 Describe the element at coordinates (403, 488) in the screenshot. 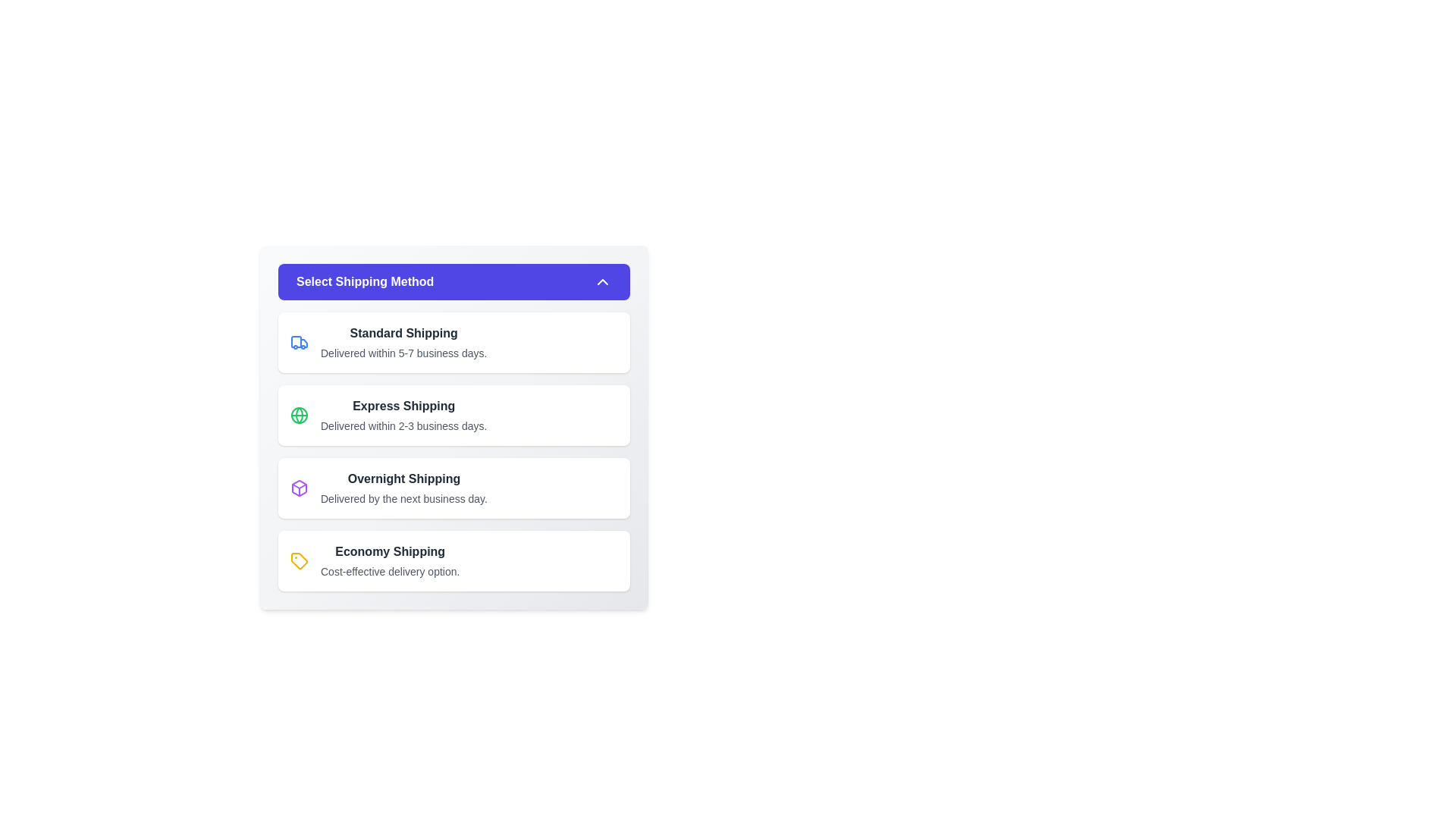

I see `the text block titled 'Overnight Shipping' that contains the subtitle 'Delivered by the next business day', which is the third option in the shipping list` at that location.